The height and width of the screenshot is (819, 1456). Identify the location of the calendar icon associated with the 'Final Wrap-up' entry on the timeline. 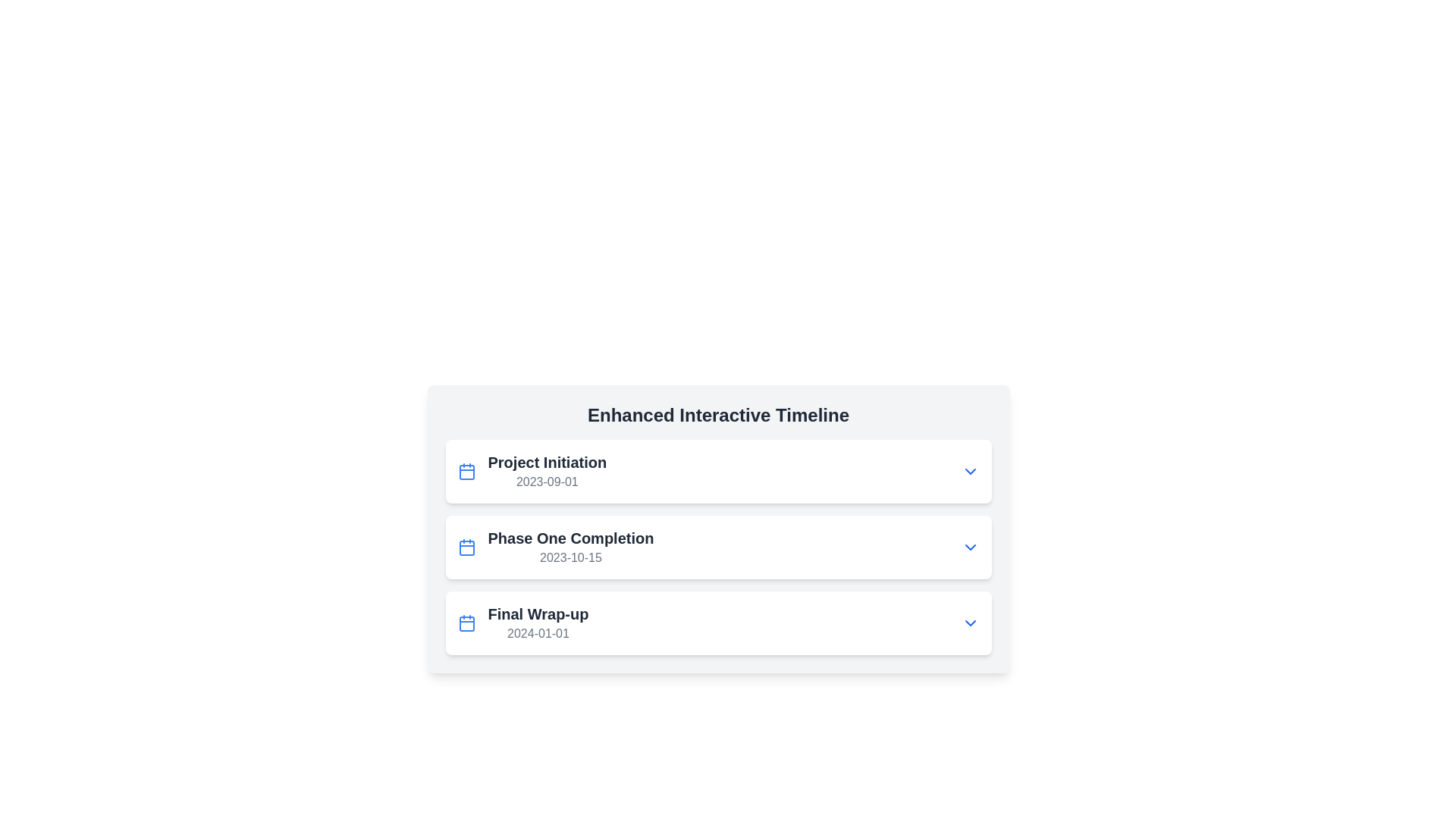
(466, 623).